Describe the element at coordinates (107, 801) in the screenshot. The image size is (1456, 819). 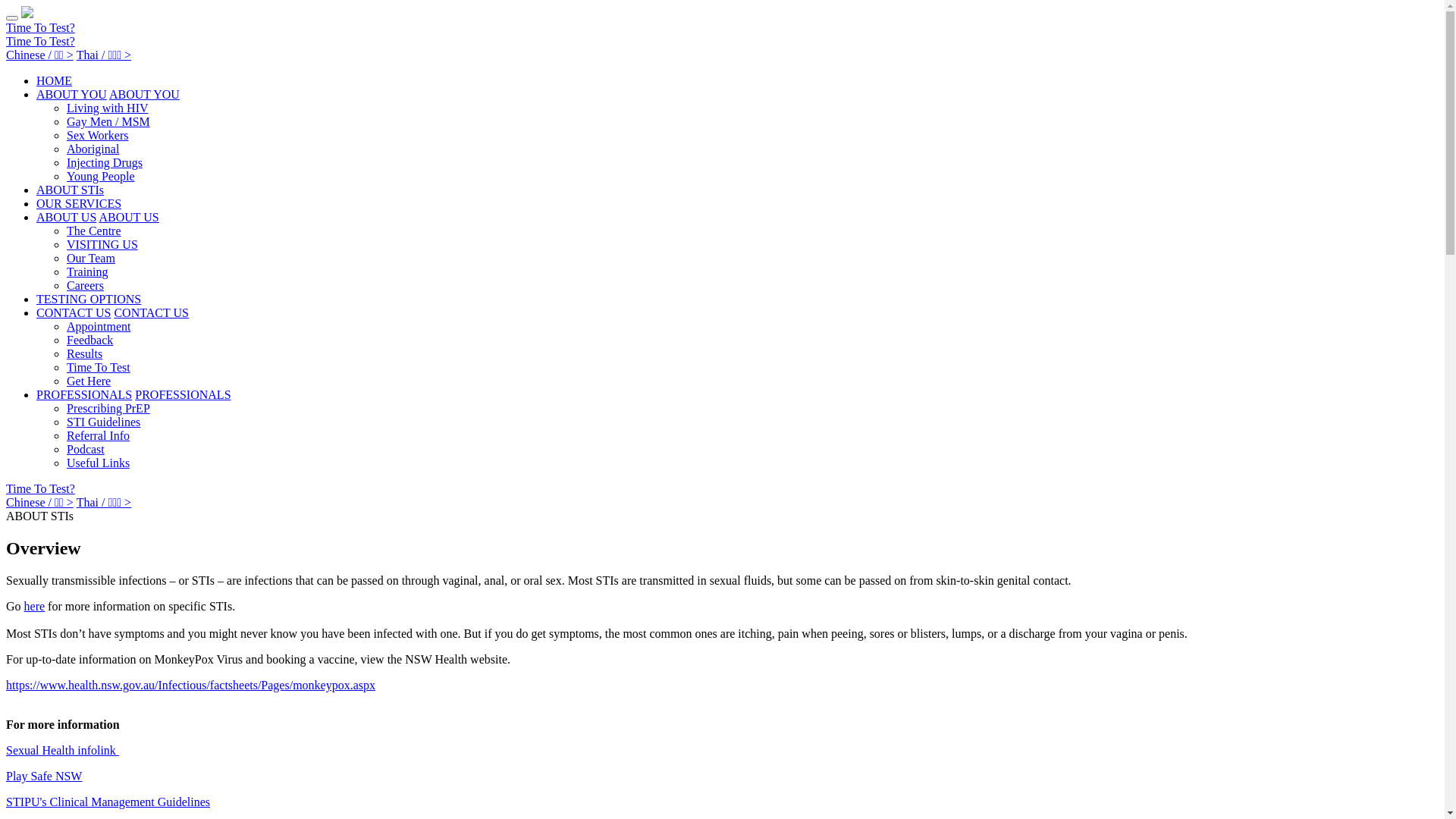
I see `'STIPU's Clinical Management Guidelines'` at that location.